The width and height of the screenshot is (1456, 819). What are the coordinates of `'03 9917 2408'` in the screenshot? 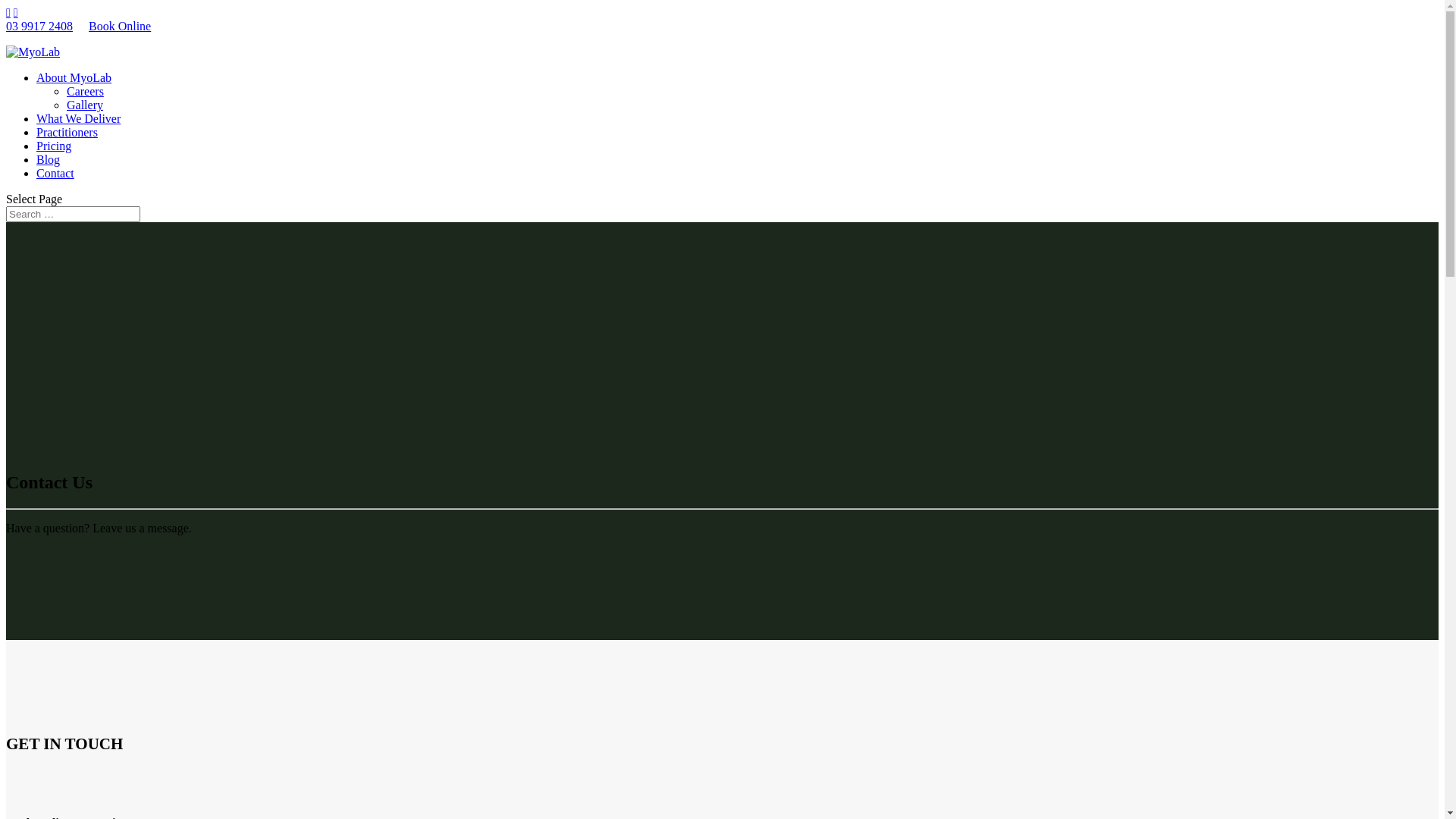 It's located at (39, 26).